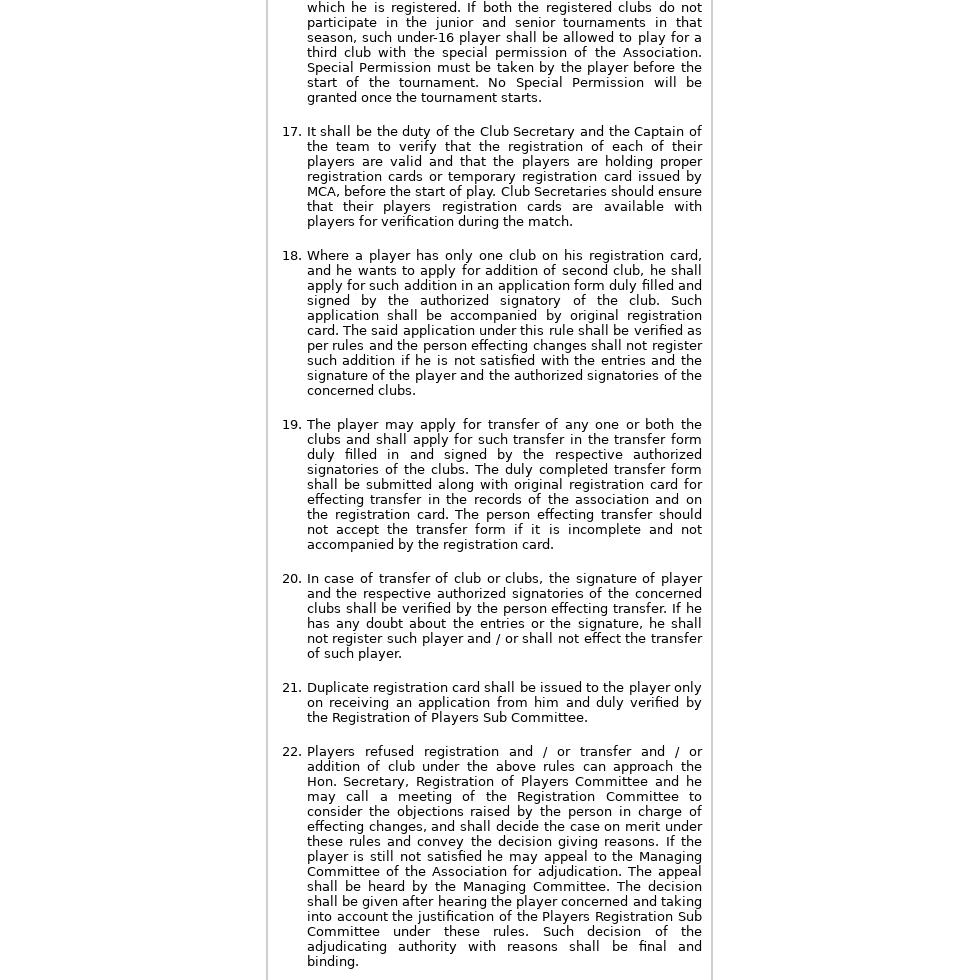  What do you see at coordinates (290, 578) in the screenshot?
I see `'20.'` at bounding box center [290, 578].